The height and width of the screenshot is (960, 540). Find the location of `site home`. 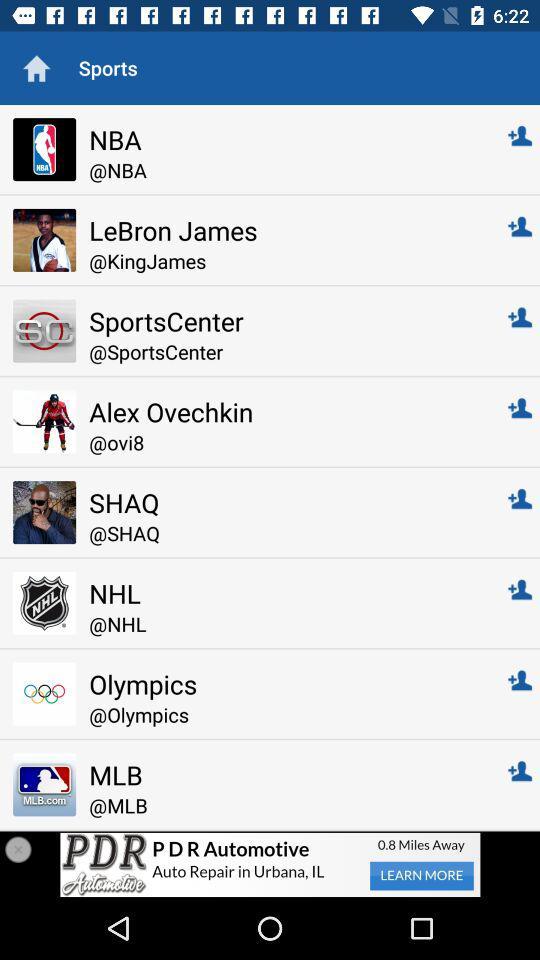

site home is located at coordinates (36, 68).